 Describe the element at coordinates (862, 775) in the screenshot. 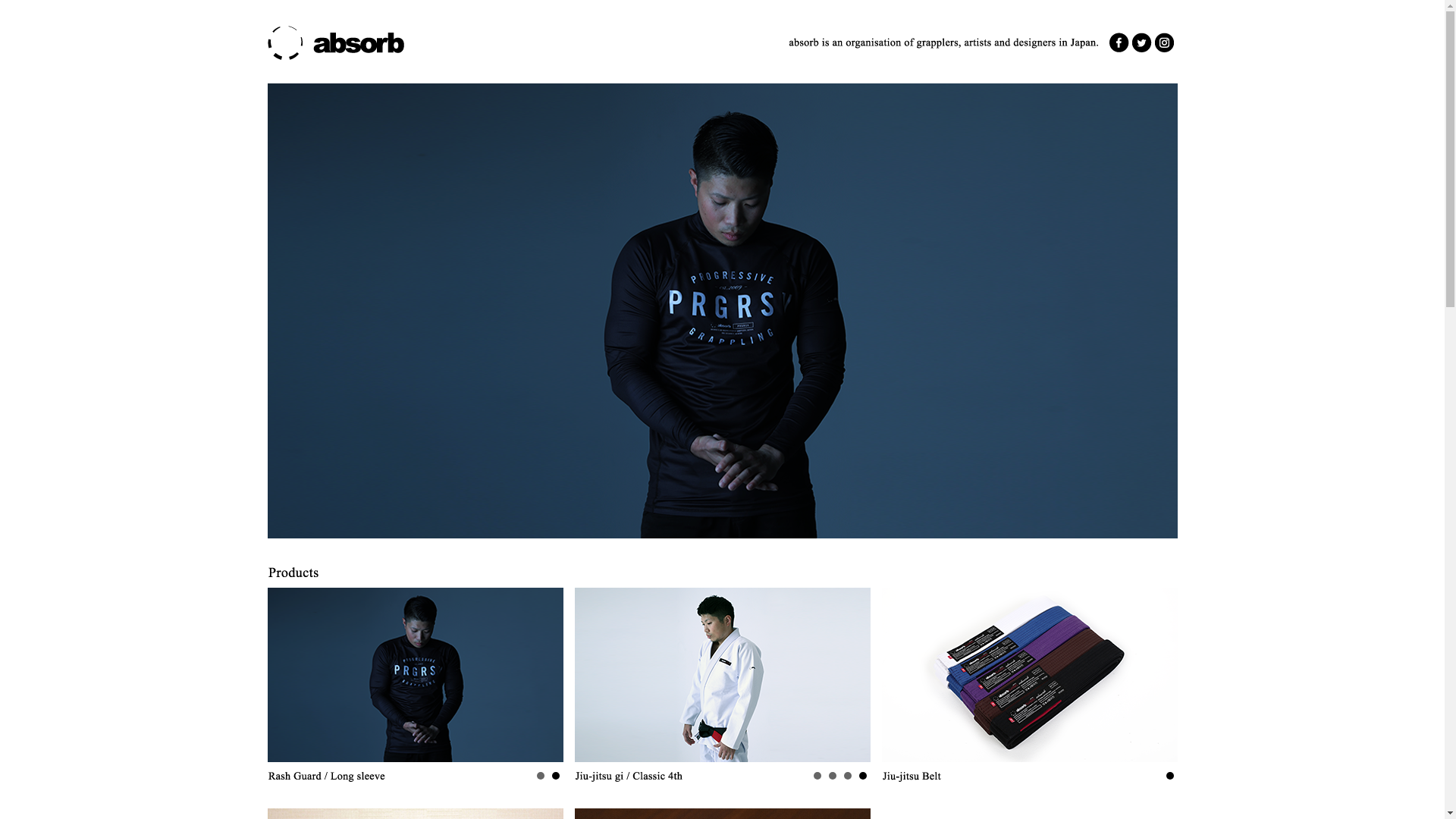

I see `'1'` at that location.